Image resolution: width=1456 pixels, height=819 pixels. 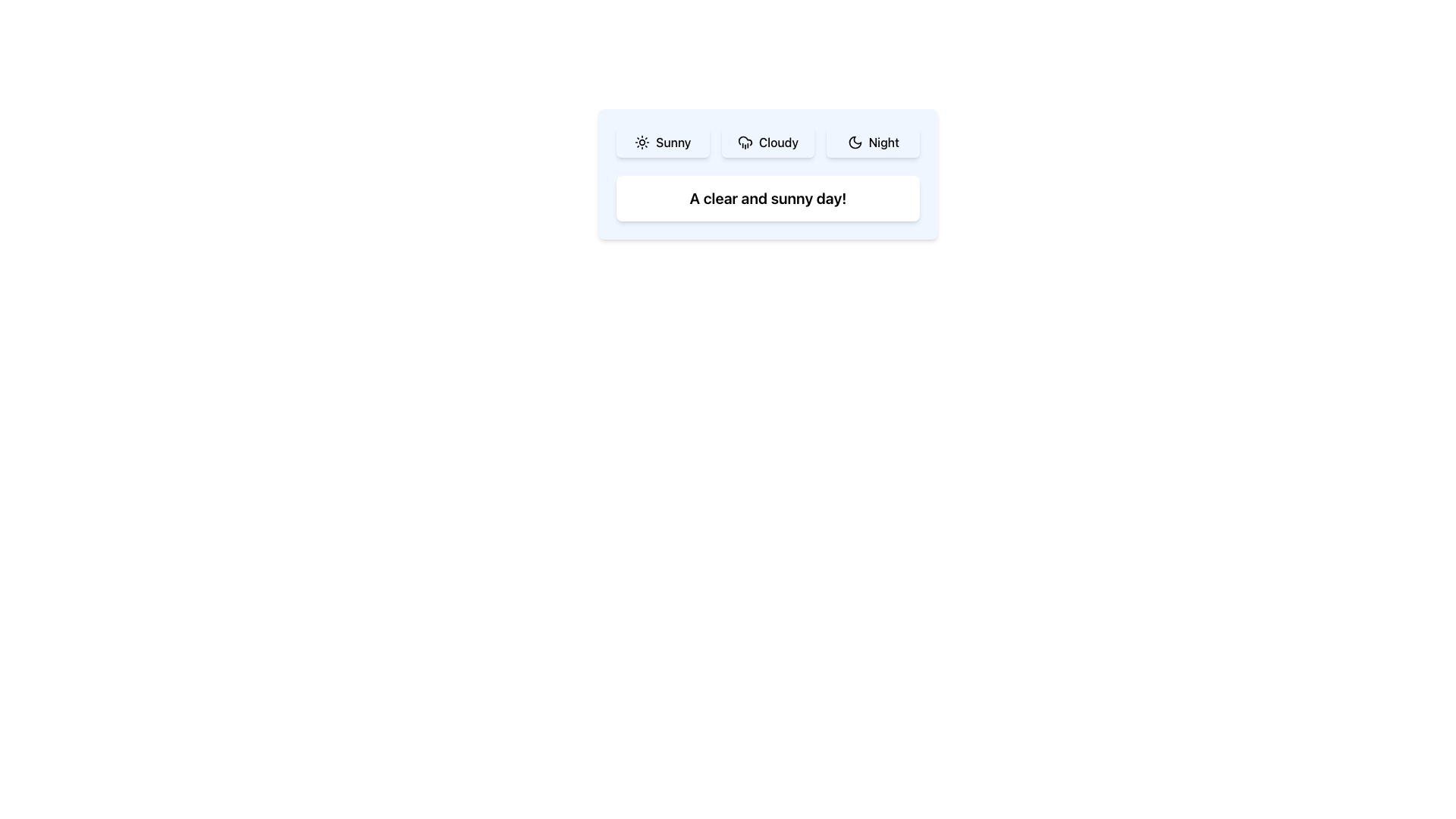 I want to click on the 'Night' mode label, which is part of the rightmost button in a group of three buttons labeled 'Cloudy', 'Sunny', and 'Night', so click(x=883, y=143).